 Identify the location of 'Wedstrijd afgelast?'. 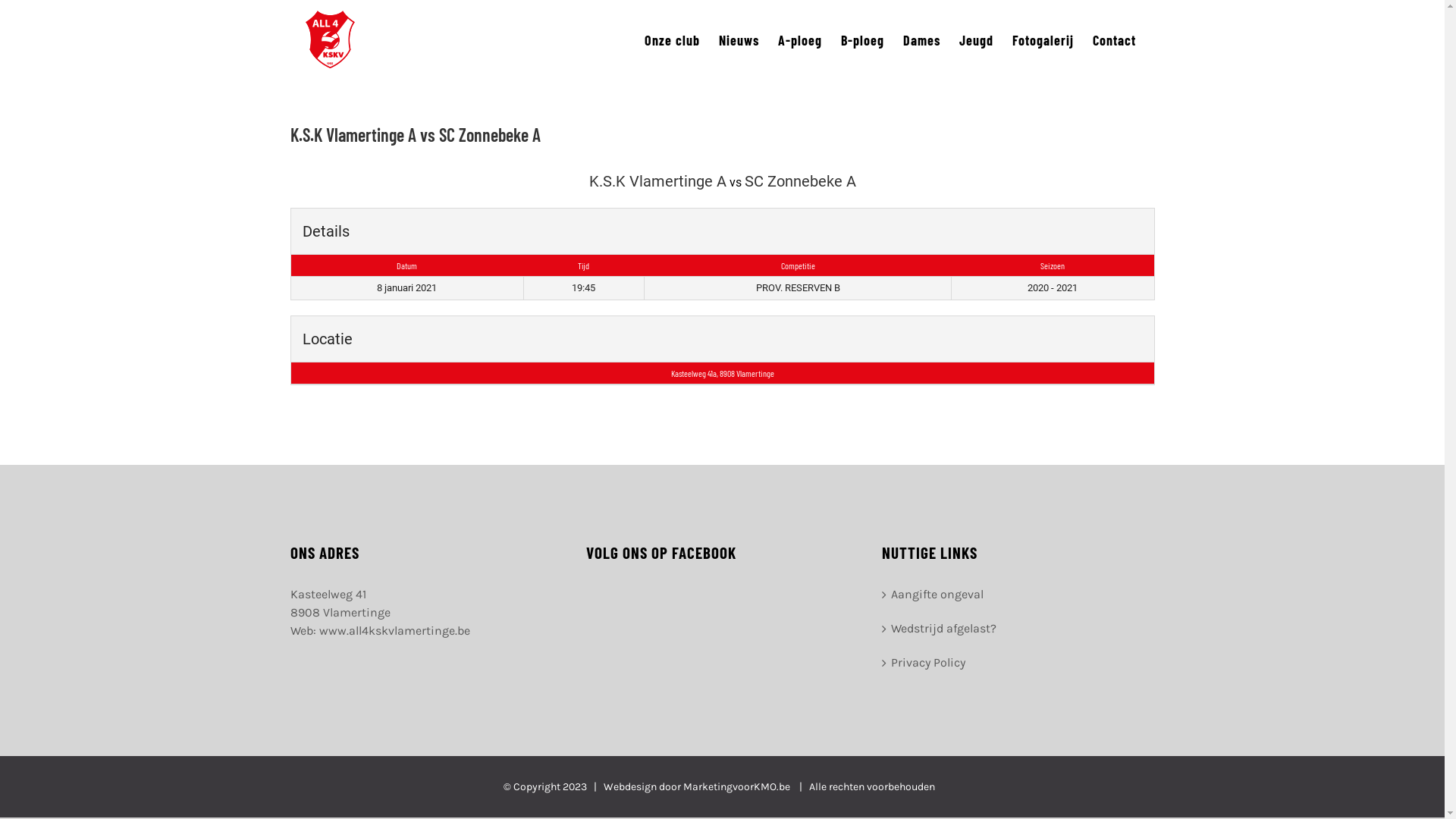
(890, 629).